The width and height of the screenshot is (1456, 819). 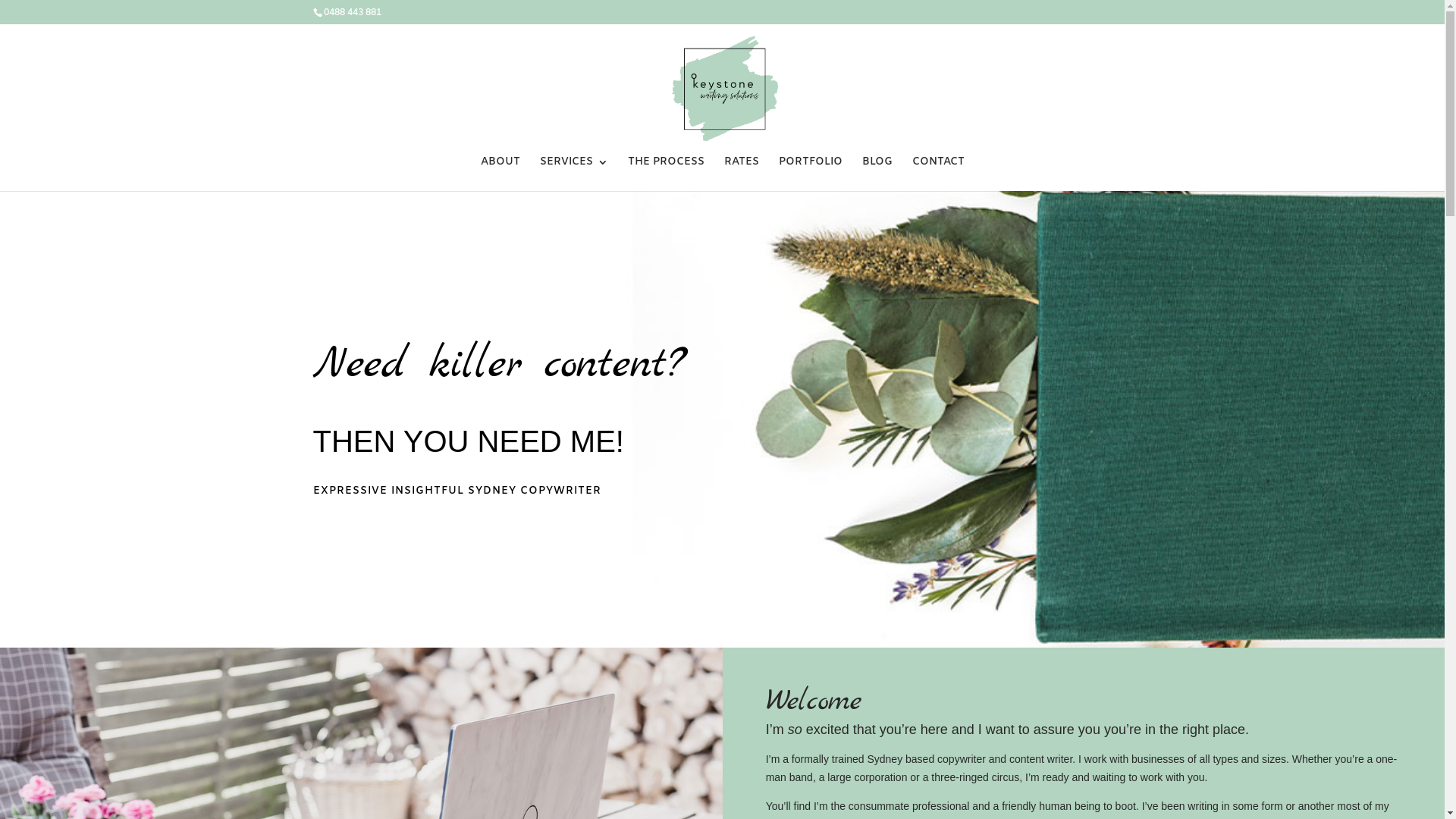 What do you see at coordinates (741, 173) in the screenshot?
I see `'RATES'` at bounding box center [741, 173].